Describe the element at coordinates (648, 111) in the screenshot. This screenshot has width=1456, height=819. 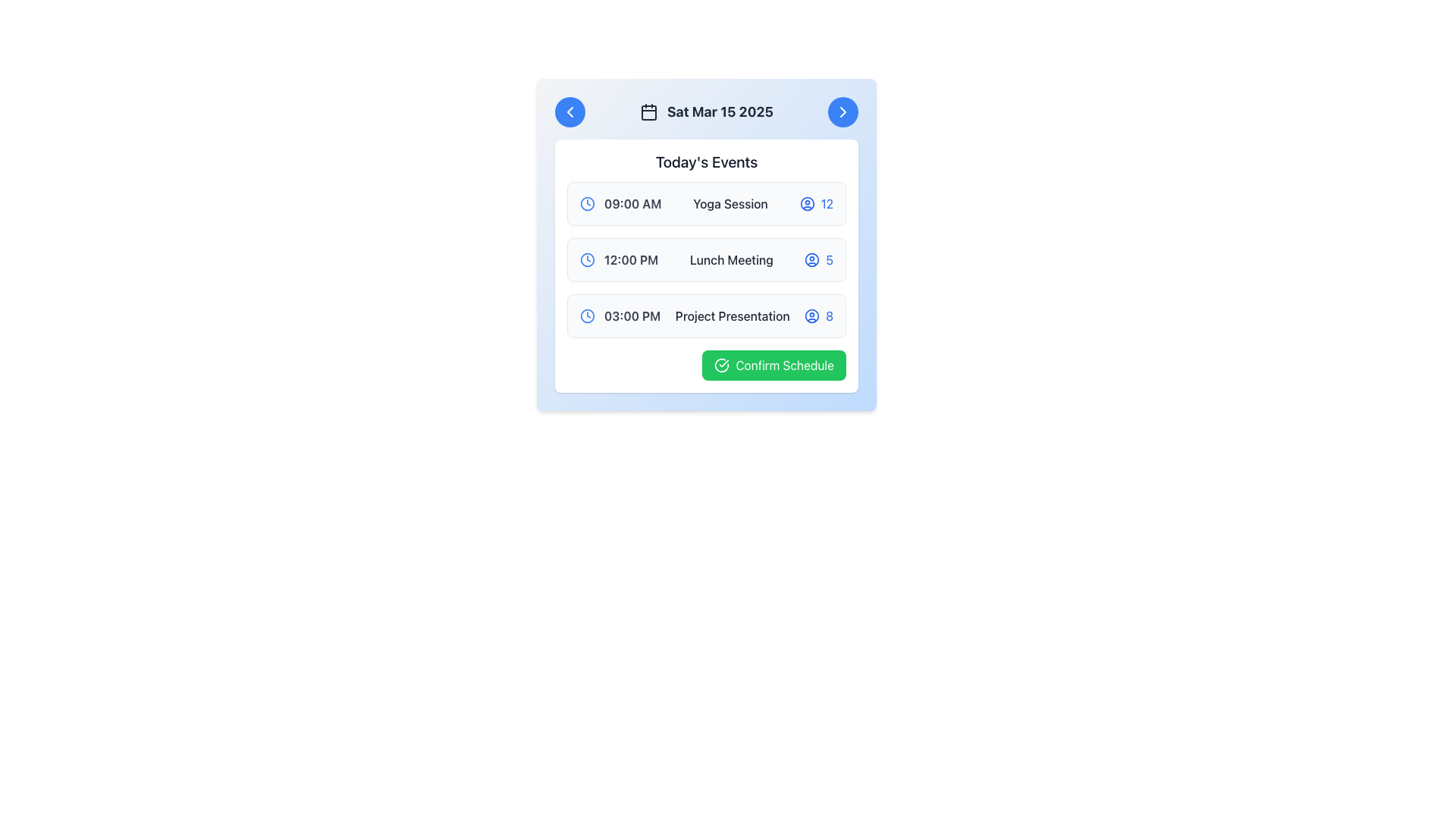
I see `the small monochrome calendar icon located to the left of the date text 'Sat Mar 15 2025' in the header of the calendar interface` at that location.